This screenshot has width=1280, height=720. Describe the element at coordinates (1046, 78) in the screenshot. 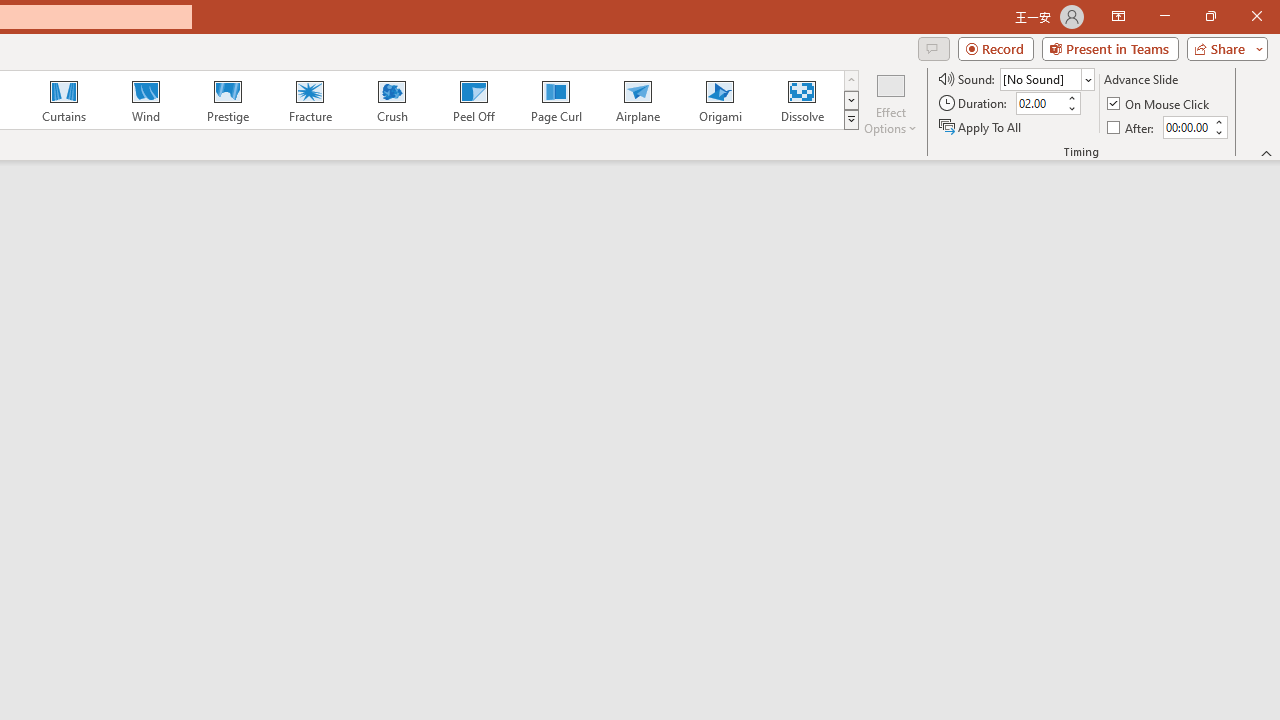

I see `'Sound'` at that location.